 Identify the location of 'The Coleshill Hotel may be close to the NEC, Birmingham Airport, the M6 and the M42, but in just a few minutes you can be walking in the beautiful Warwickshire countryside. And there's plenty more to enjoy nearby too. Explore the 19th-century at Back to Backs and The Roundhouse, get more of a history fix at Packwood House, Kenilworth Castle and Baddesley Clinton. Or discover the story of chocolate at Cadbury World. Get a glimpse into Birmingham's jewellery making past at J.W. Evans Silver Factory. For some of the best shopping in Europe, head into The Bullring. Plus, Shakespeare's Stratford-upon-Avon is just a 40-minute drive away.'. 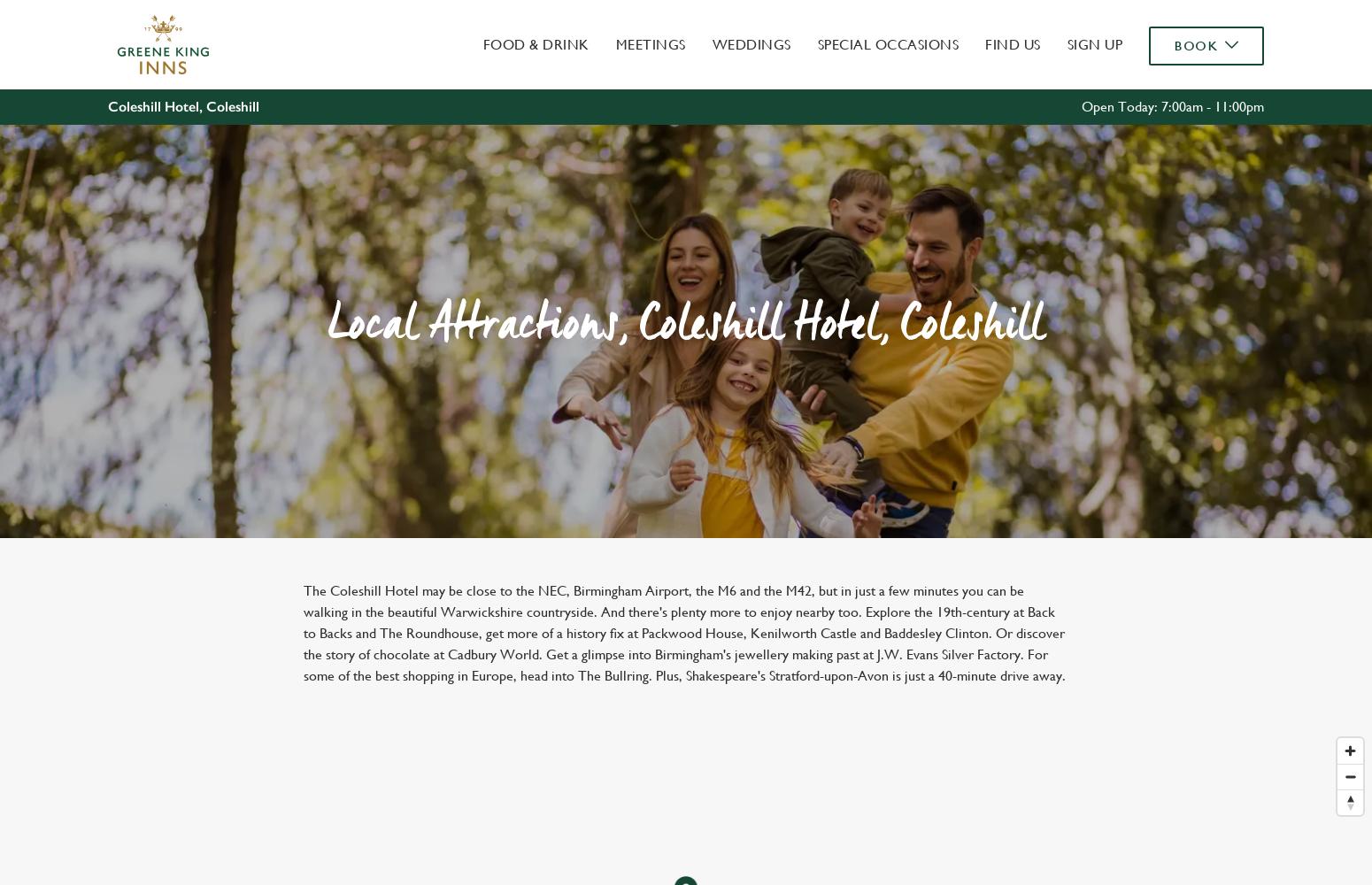
(684, 632).